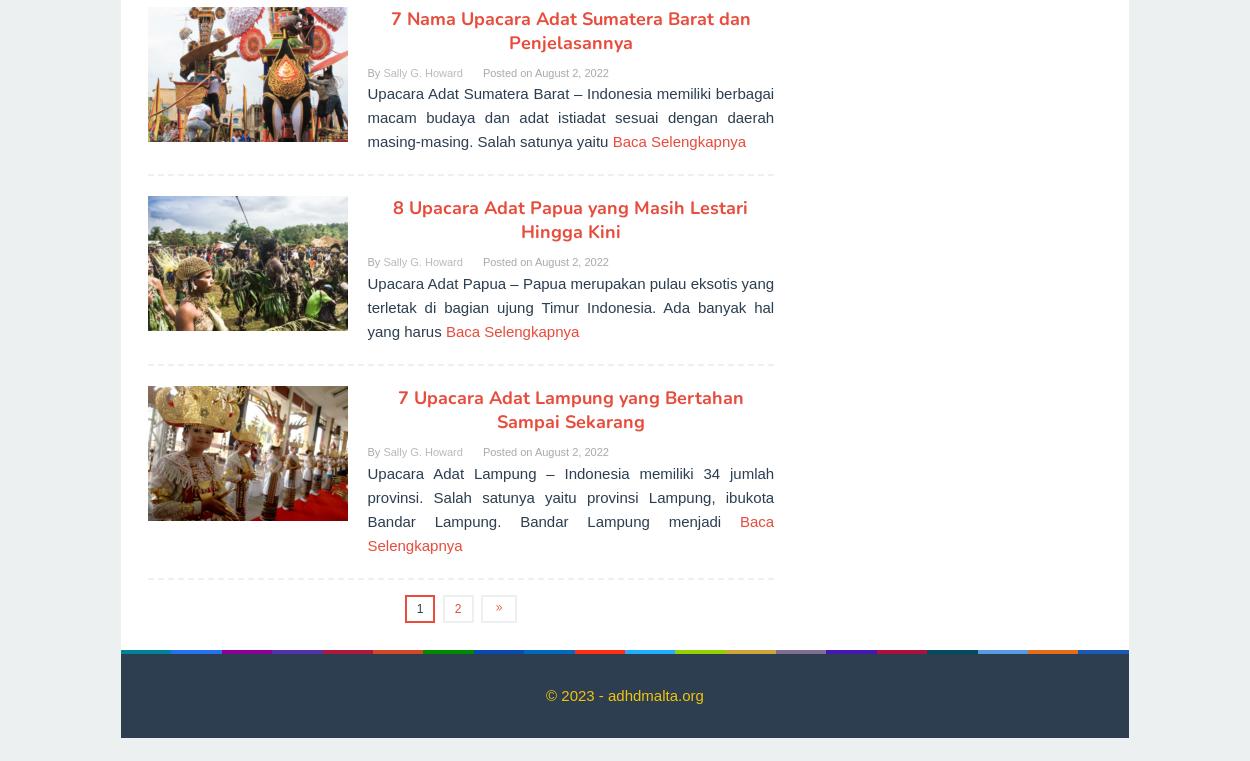 This screenshot has height=761, width=1250. I want to click on 'Upacara Adat Lampung – Indonesia memiliki 34 jumlah provinsi. Salah satunya yaitu provinsi Lampung, ibukota Bandar Lampung. Bandar Lampung menjadi', so click(569, 495).